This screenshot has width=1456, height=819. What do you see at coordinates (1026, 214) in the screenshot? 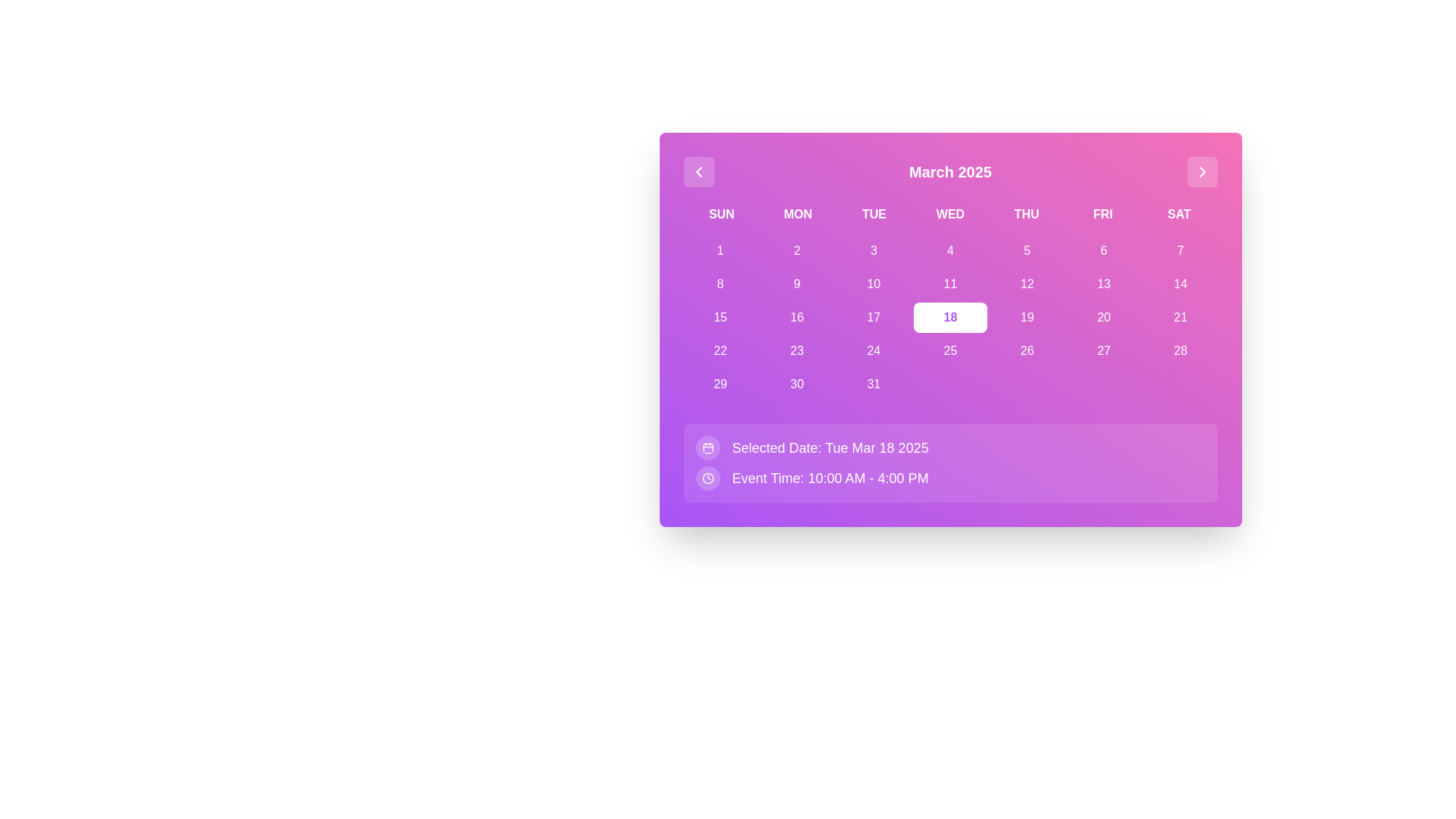
I see `the static text label indicating 'Thursday' in the calendar, which is the fifth element in a sequence of seven days of the week` at bounding box center [1026, 214].